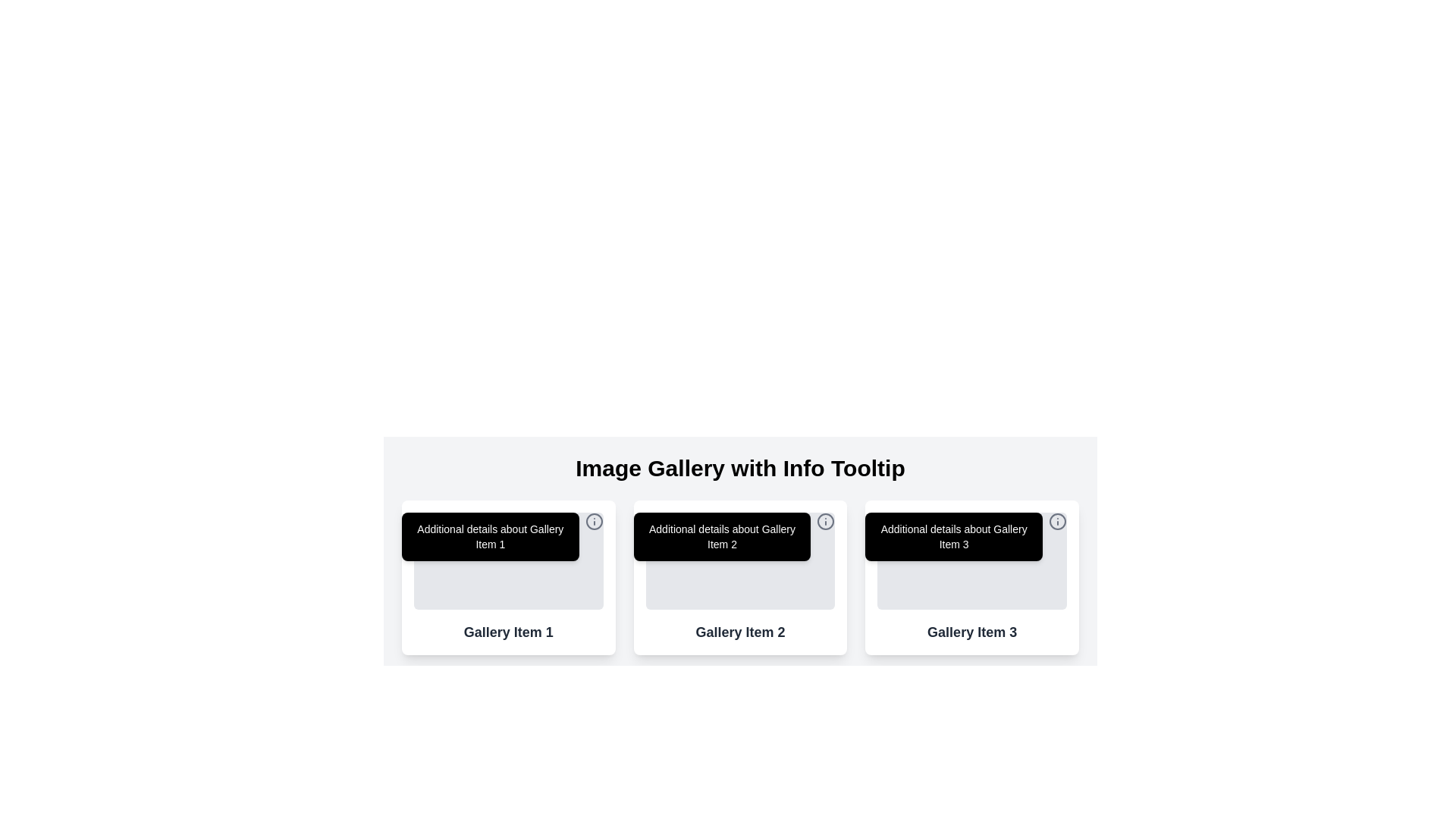 The image size is (1456, 819). What do you see at coordinates (721, 536) in the screenshot?
I see `the black rectangular tooltip with rounded corners that contains the text 'Additional details about Gallery Item 2'` at bounding box center [721, 536].